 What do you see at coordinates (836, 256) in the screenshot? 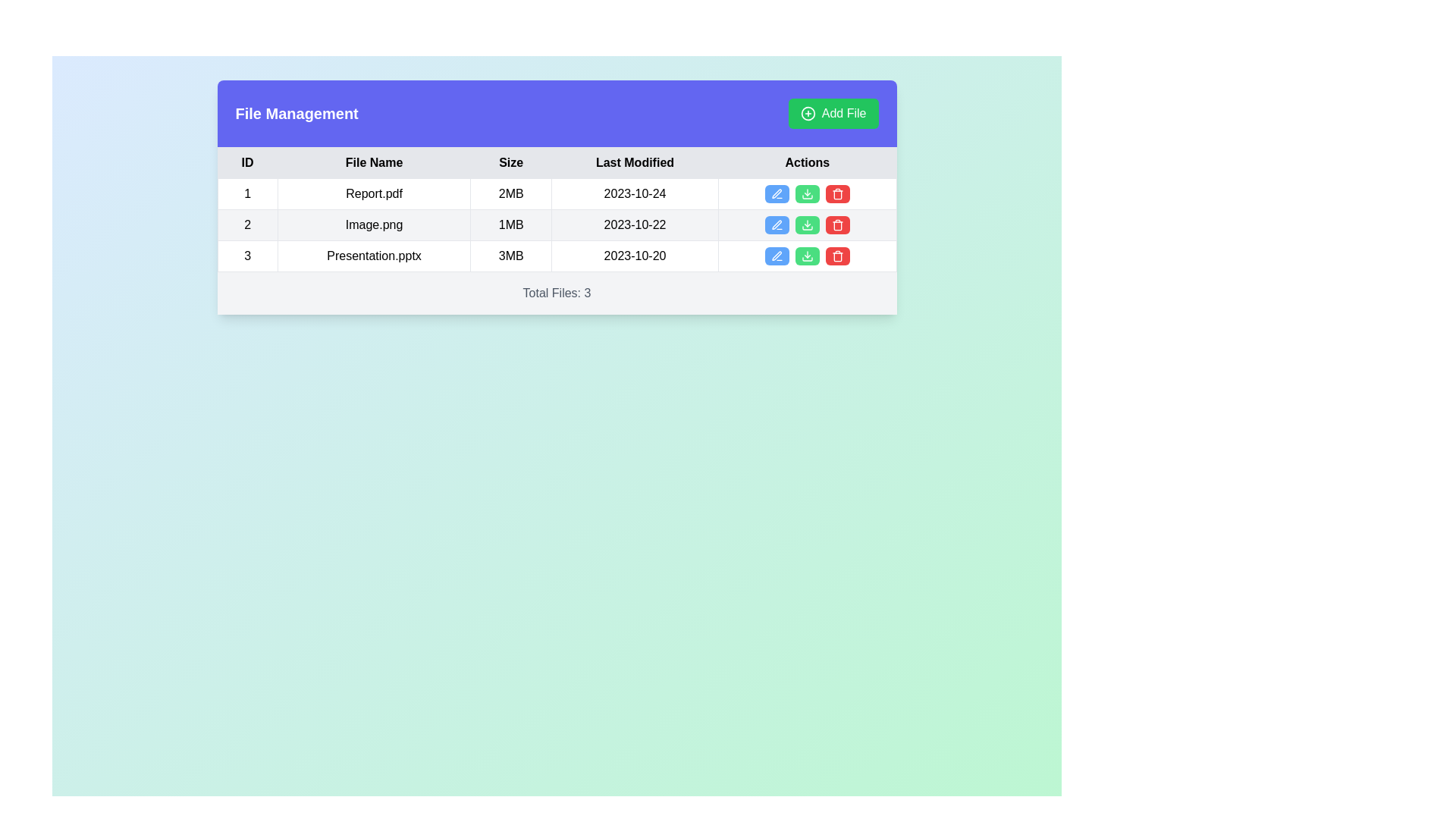
I see `the trash bin icon in the Actions column of the third row` at bounding box center [836, 256].